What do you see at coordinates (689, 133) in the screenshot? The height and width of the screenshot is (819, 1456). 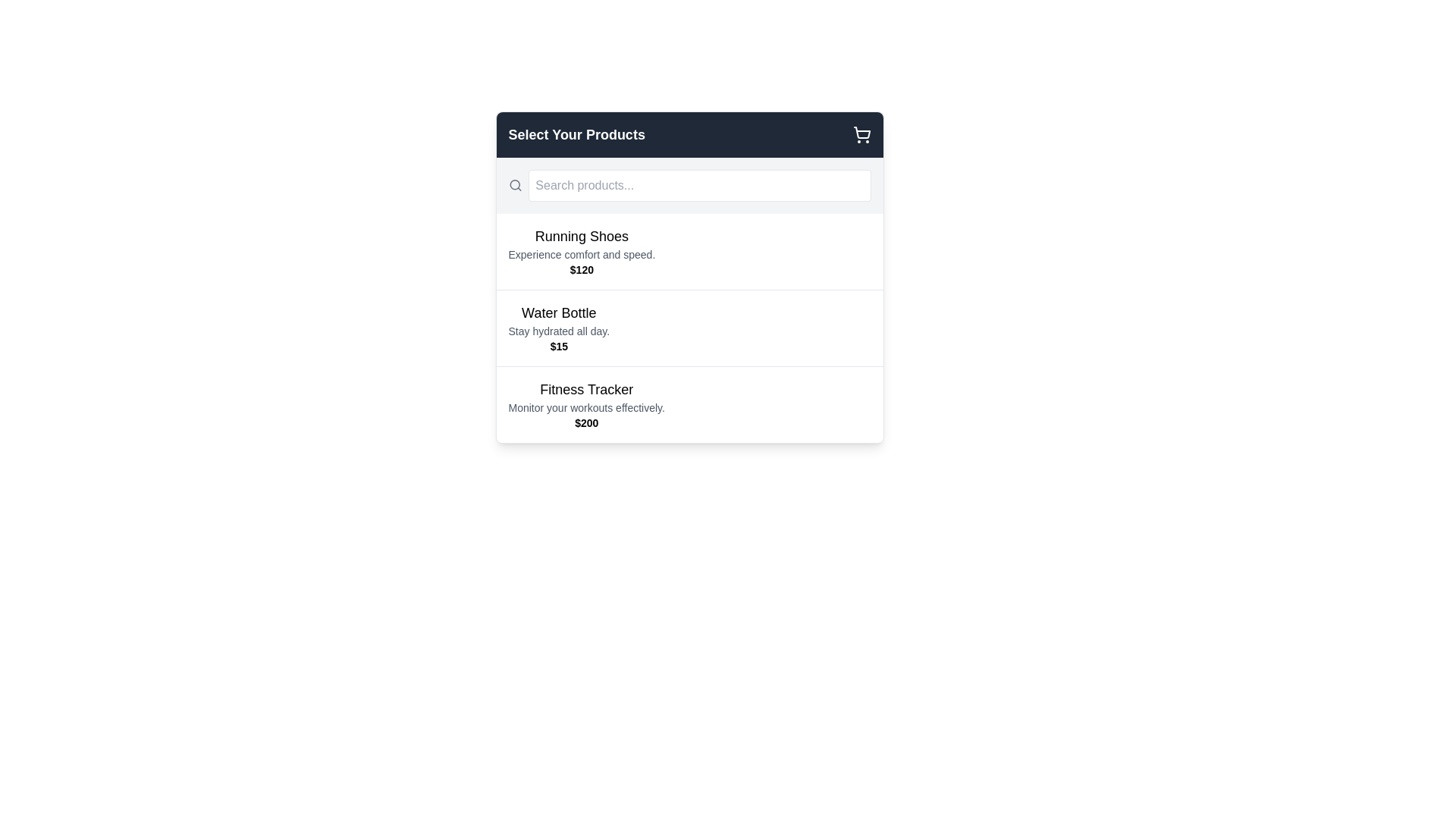 I see `the shopping cart icon located on the right edge of the Header section with a dark gray background` at bounding box center [689, 133].